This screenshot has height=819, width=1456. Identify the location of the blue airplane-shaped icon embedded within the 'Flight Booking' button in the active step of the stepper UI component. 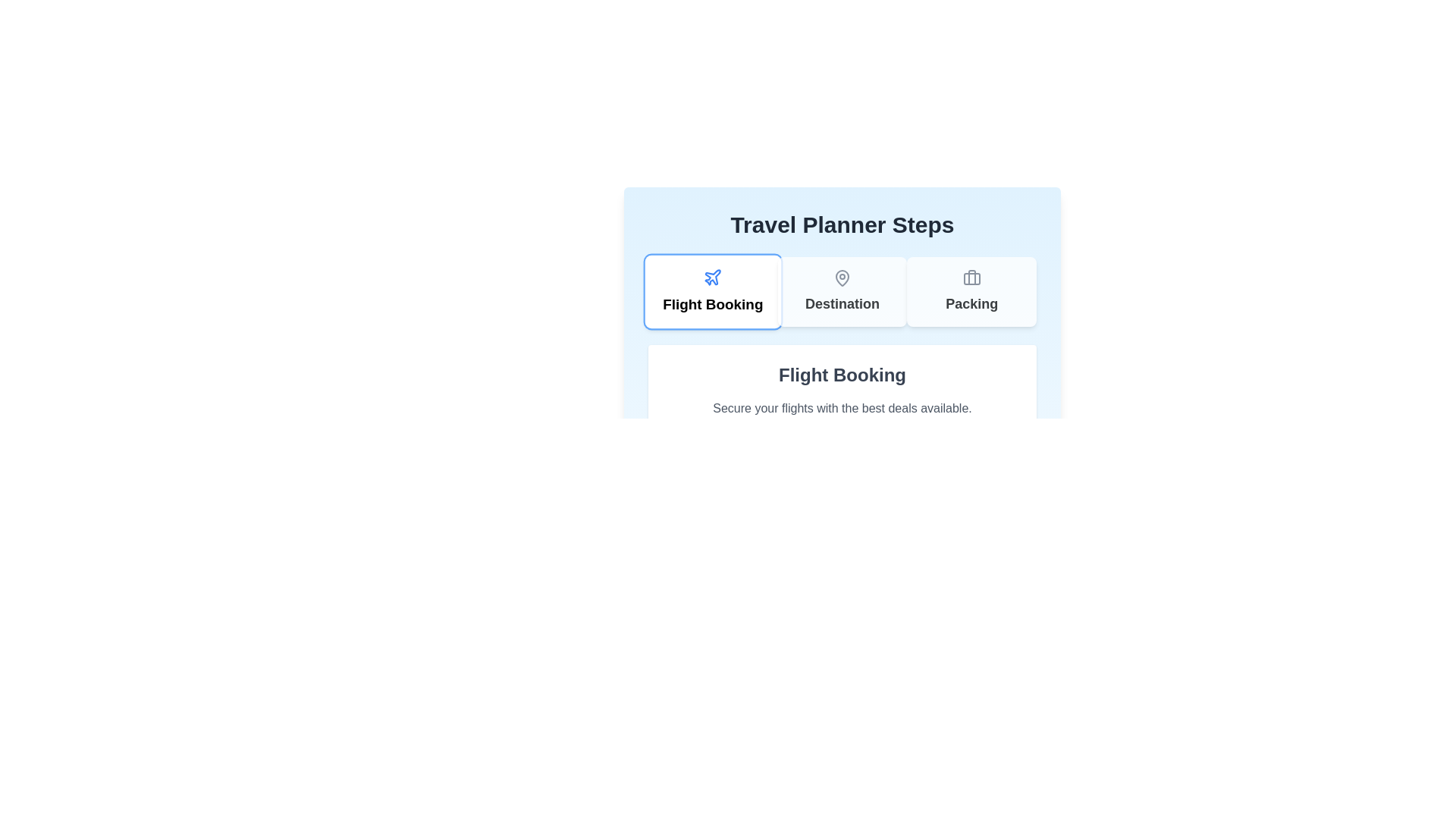
(712, 278).